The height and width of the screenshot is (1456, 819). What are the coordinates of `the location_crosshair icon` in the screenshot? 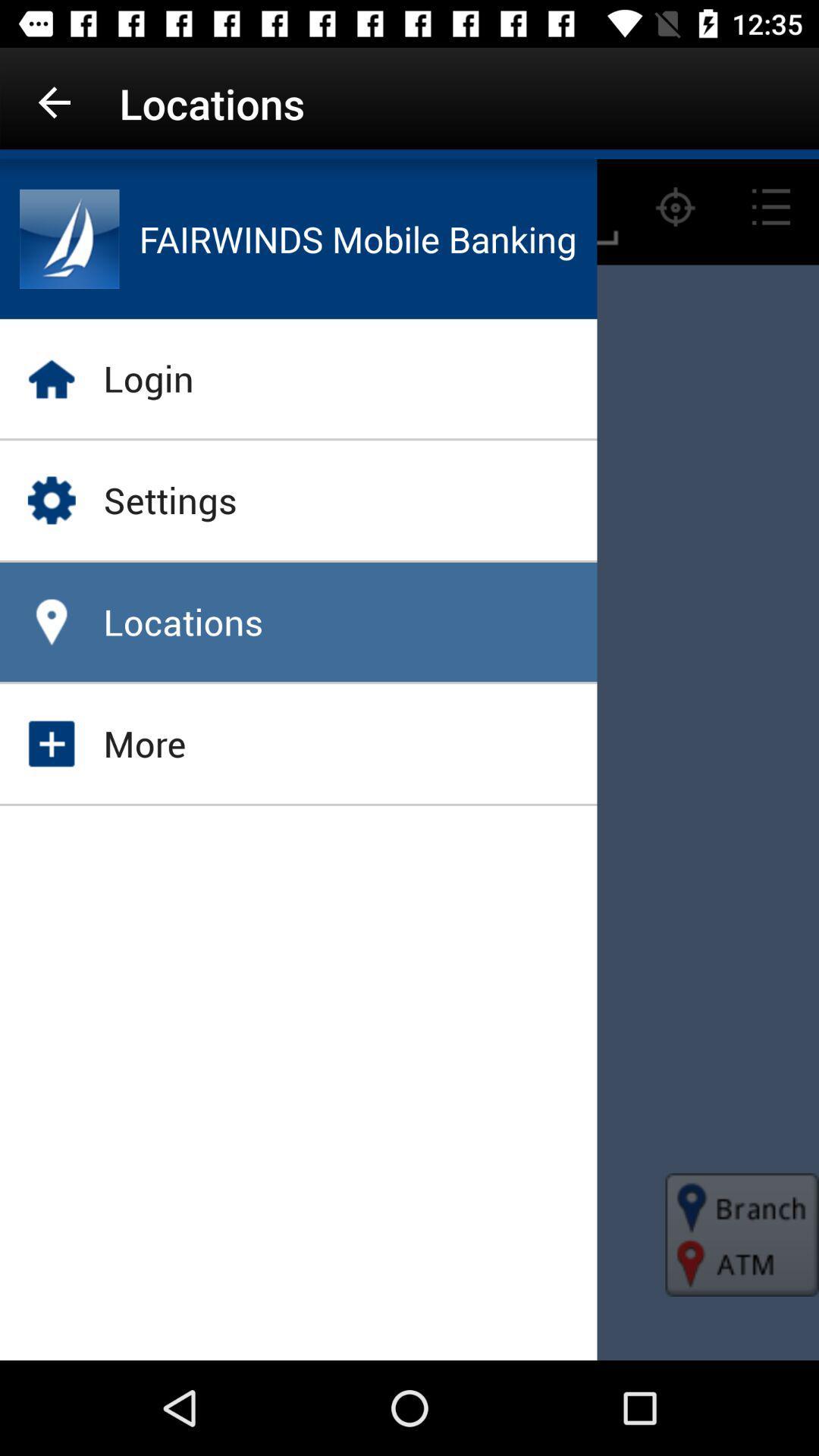 It's located at (675, 206).